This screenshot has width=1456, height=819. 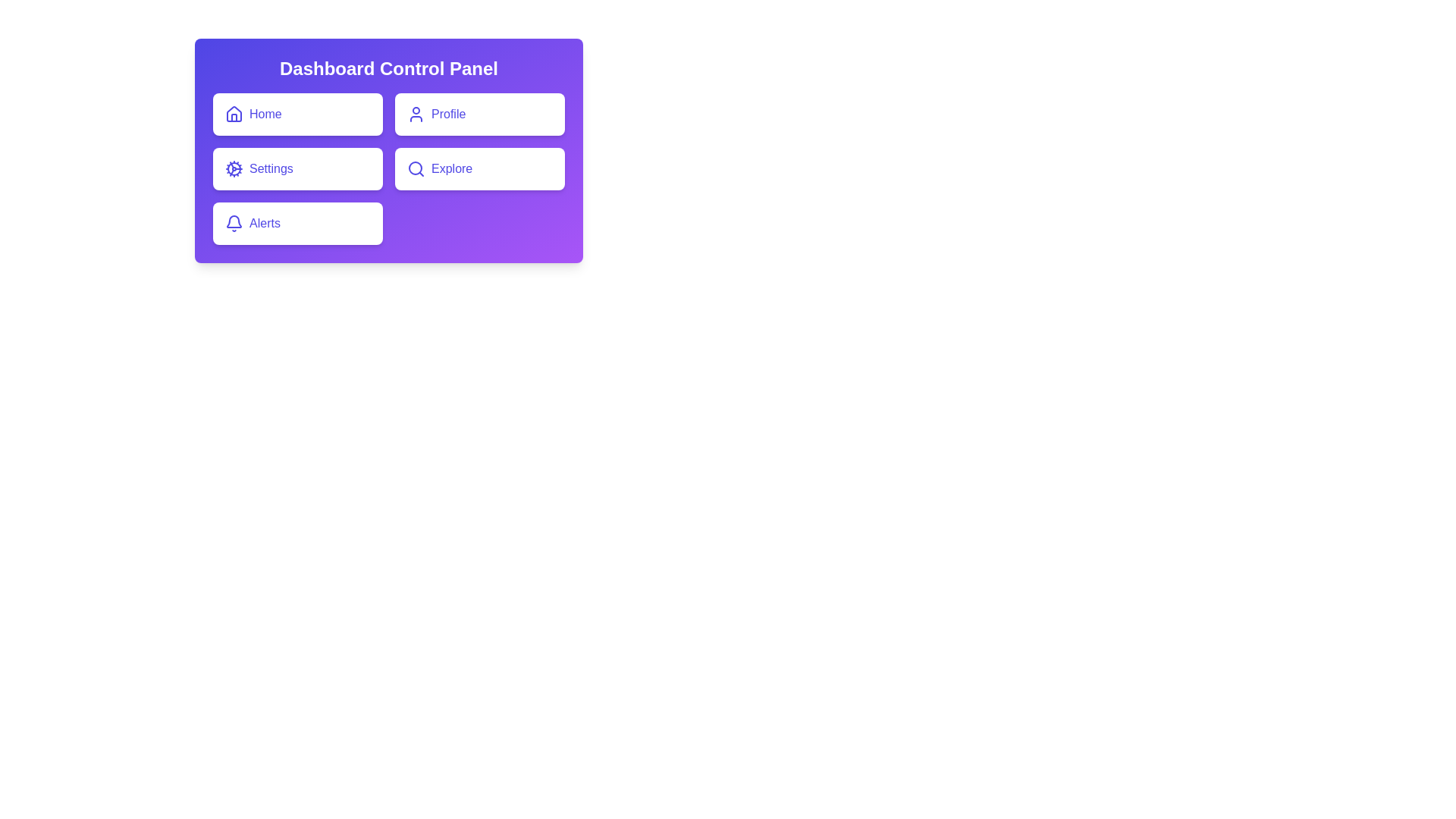 What do you see at coordinates (233, 223) in the screenshot?
I see `the alert icon located to the left of the 'Alerts' text label in the lower-left corner of the control panel interface` at bounding box center [233, 223].